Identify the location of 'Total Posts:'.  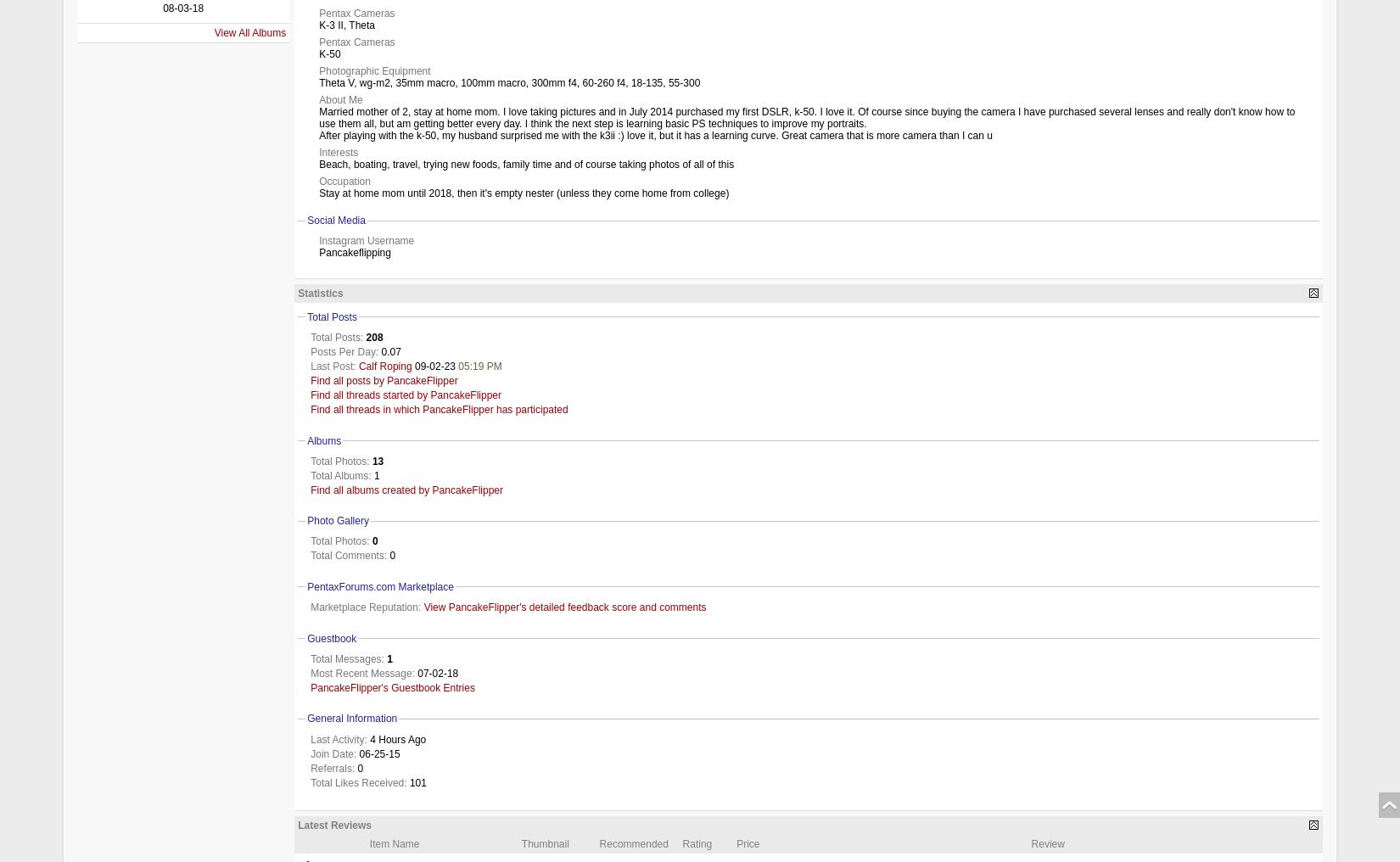
(336, 336).